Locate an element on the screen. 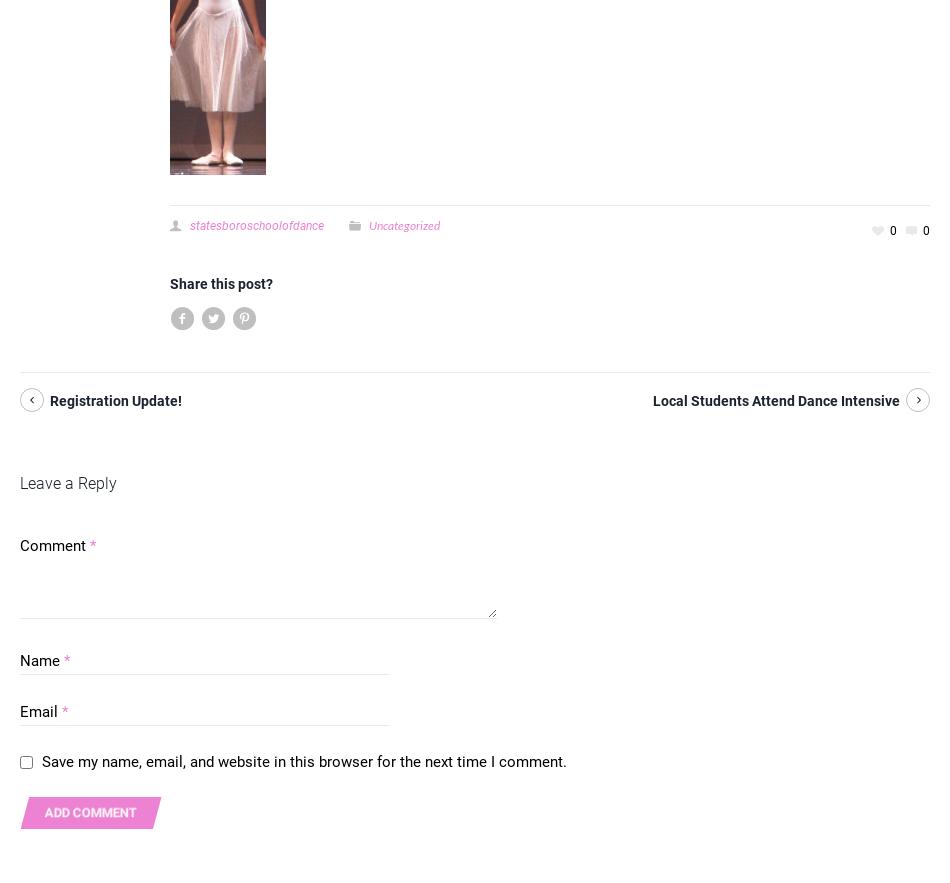 This screenshot has width=950, height=883. 'Local Students Attend Dance Intensive' is located at coordinates (775, 399).